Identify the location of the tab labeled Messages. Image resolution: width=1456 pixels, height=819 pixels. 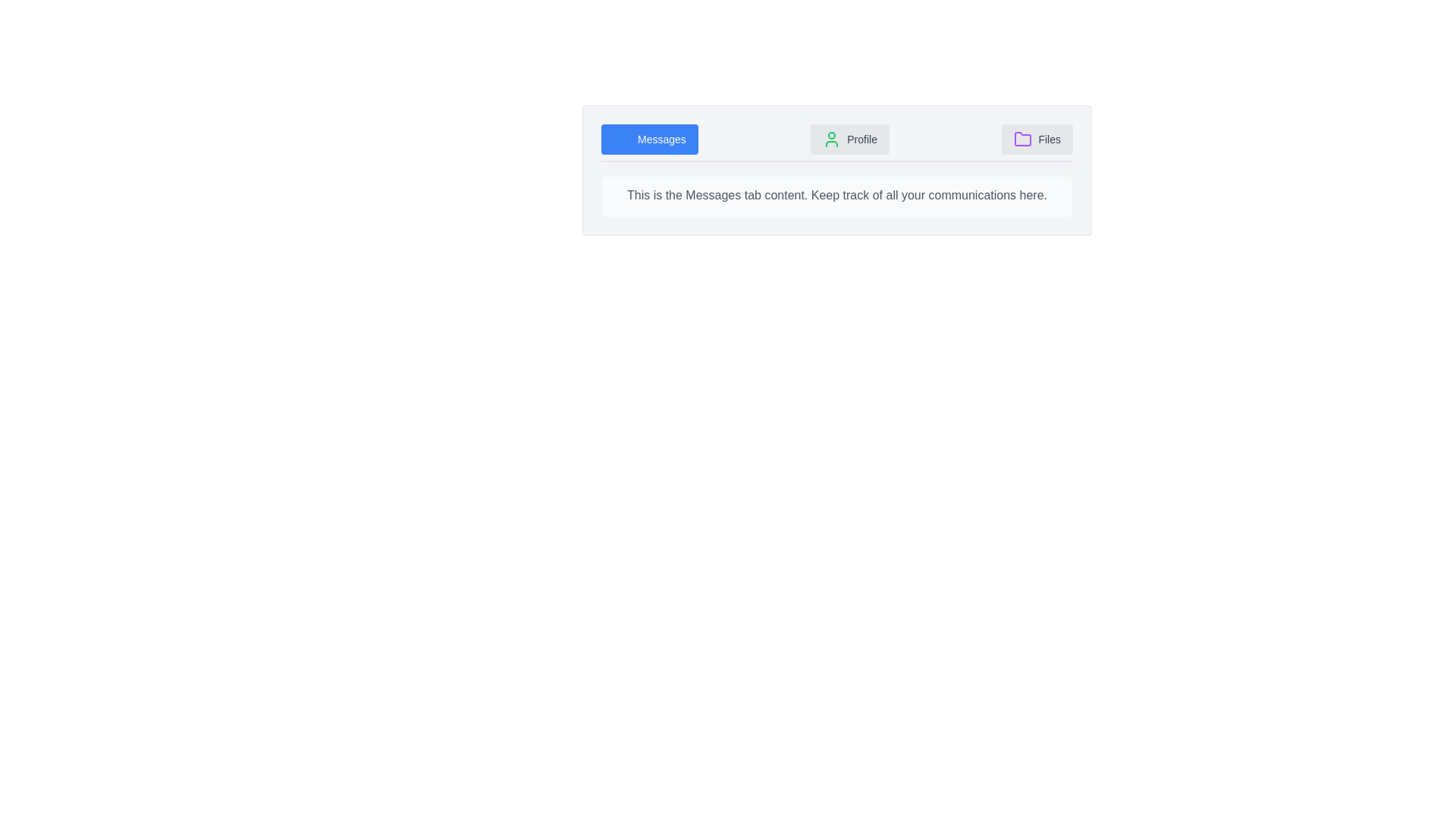
(648, 140).